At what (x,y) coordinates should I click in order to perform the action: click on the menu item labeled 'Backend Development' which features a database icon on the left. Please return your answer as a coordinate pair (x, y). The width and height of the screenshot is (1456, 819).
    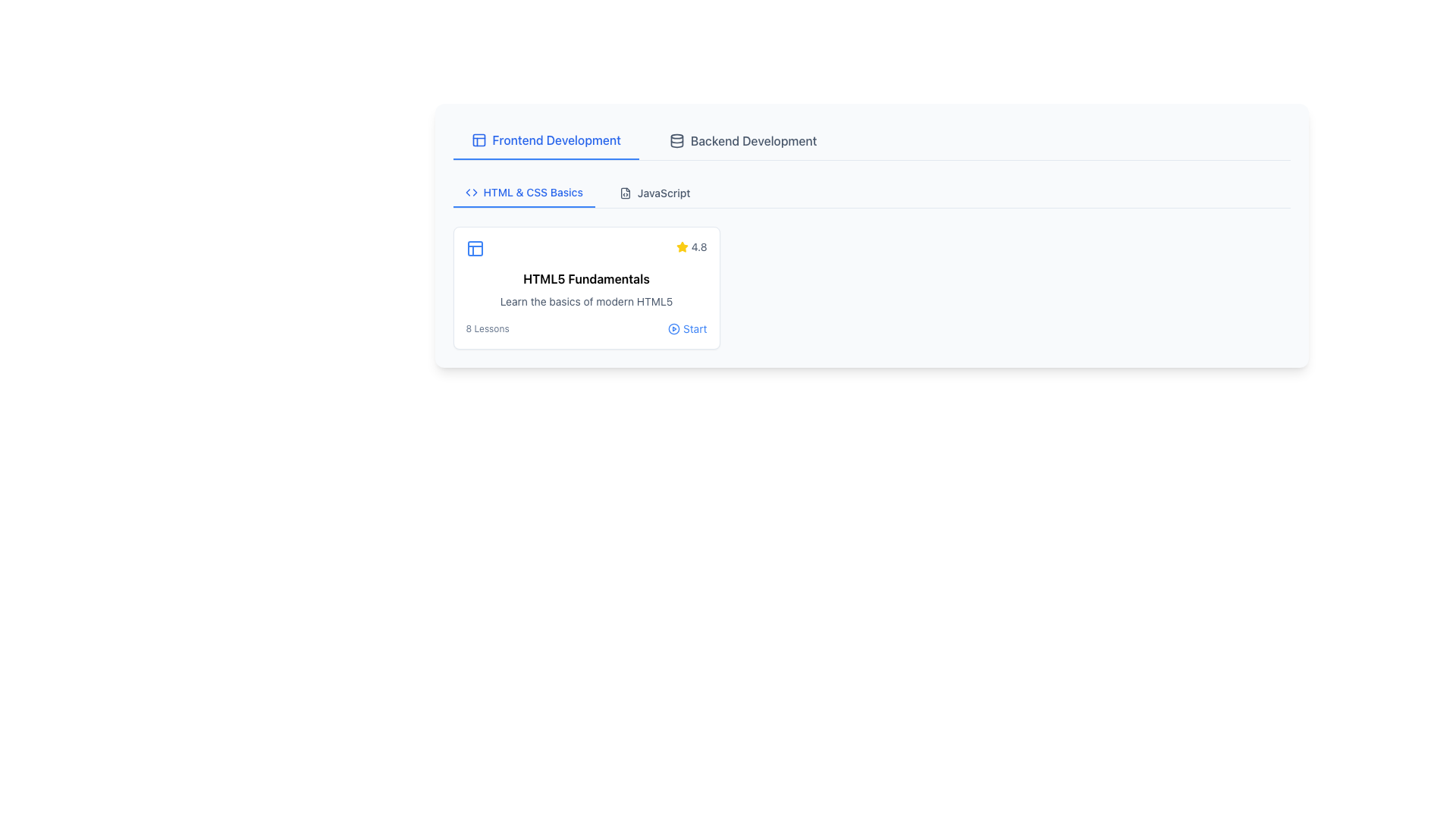
    Looking at the image, I should click on (743, 140).